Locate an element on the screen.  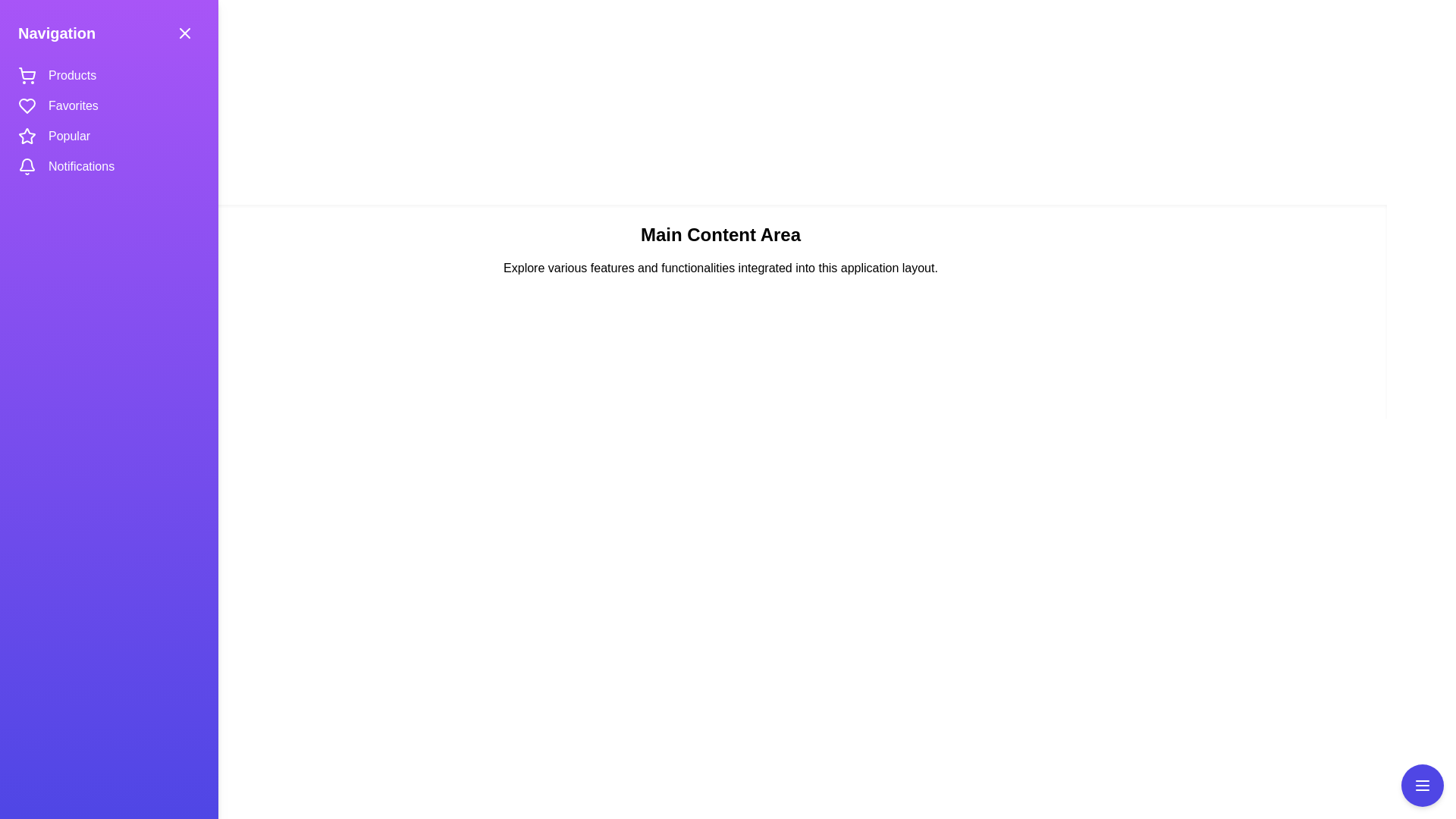
the icon representing the Notifications section in the navigation is located at coordinates (27, 166).